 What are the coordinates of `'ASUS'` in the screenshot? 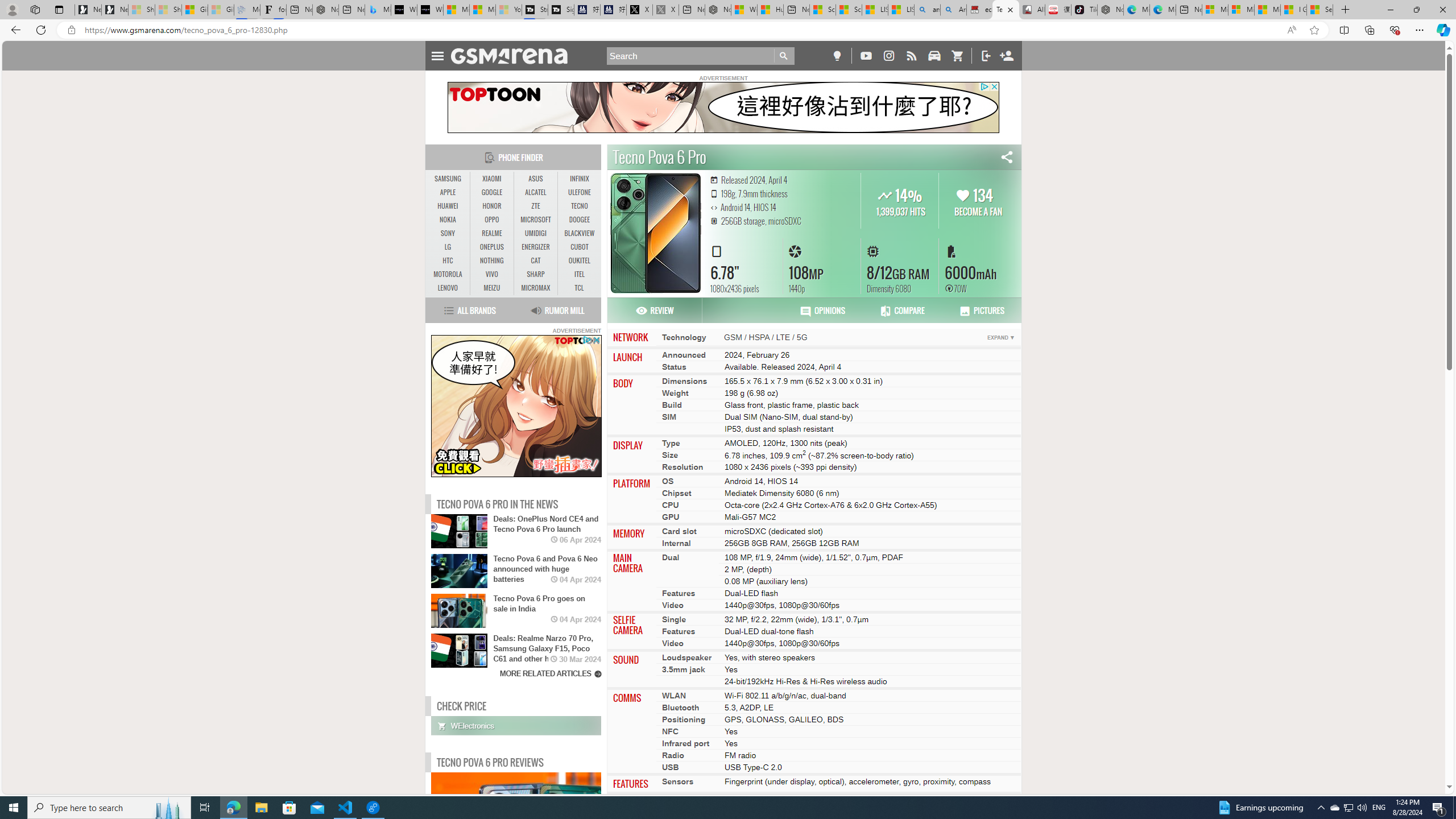 It's located at (535, 179).